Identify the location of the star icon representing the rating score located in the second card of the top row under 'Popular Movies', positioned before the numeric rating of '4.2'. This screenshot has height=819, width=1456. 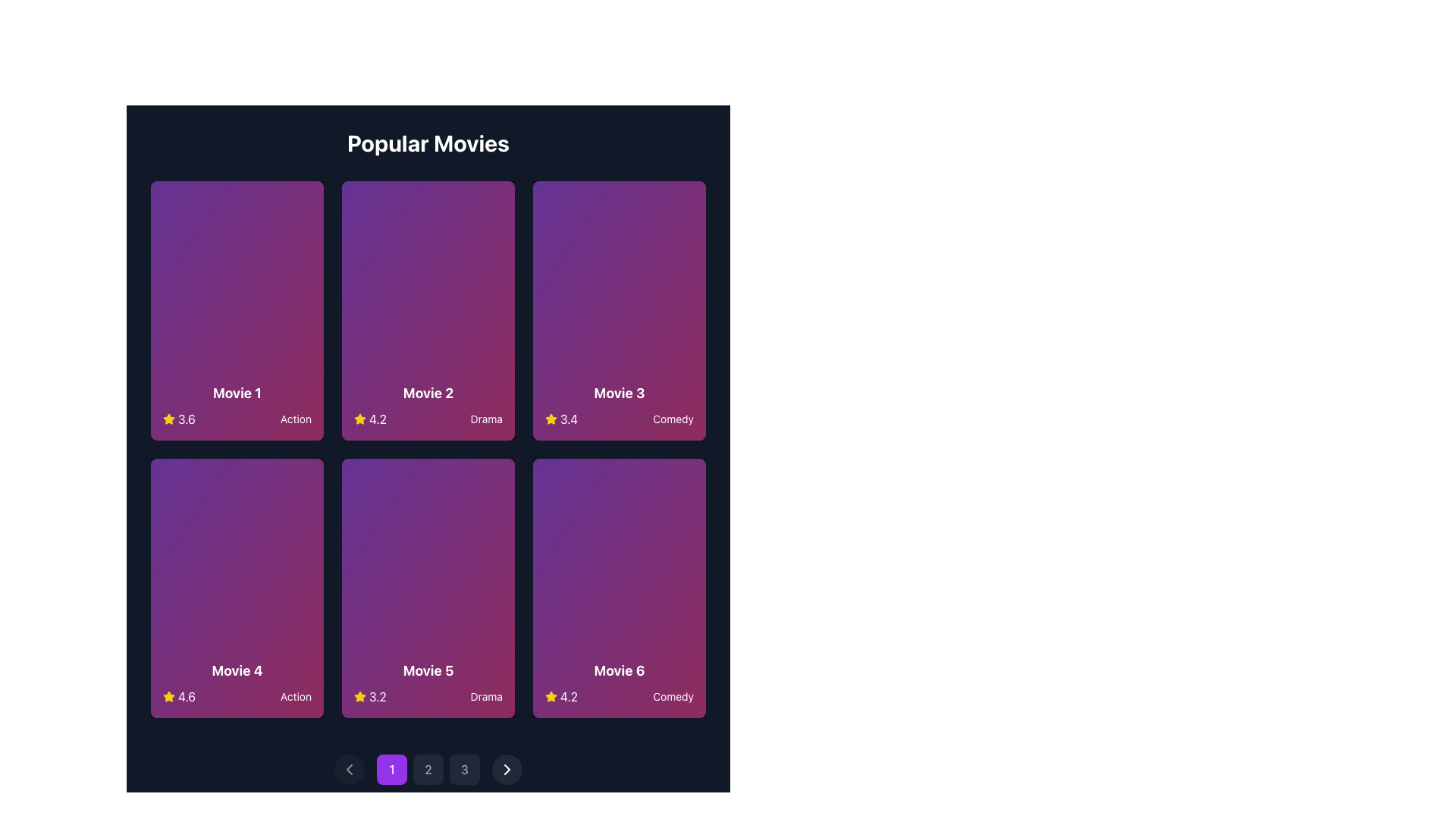
(359, 419).